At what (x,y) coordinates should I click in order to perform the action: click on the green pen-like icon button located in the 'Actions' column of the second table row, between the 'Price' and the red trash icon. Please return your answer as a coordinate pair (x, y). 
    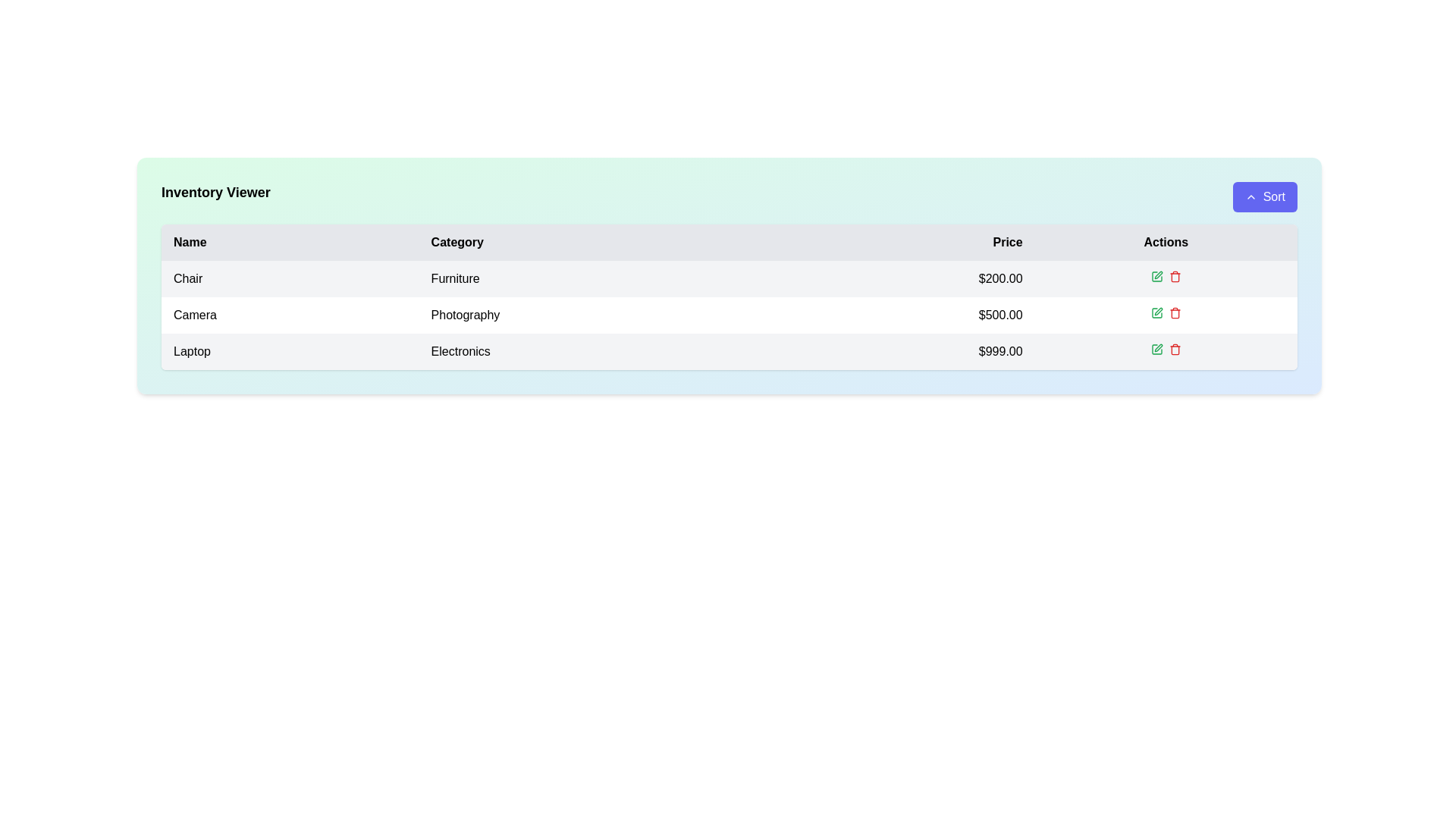
    Looking at the image, I should click on (1156, 312).